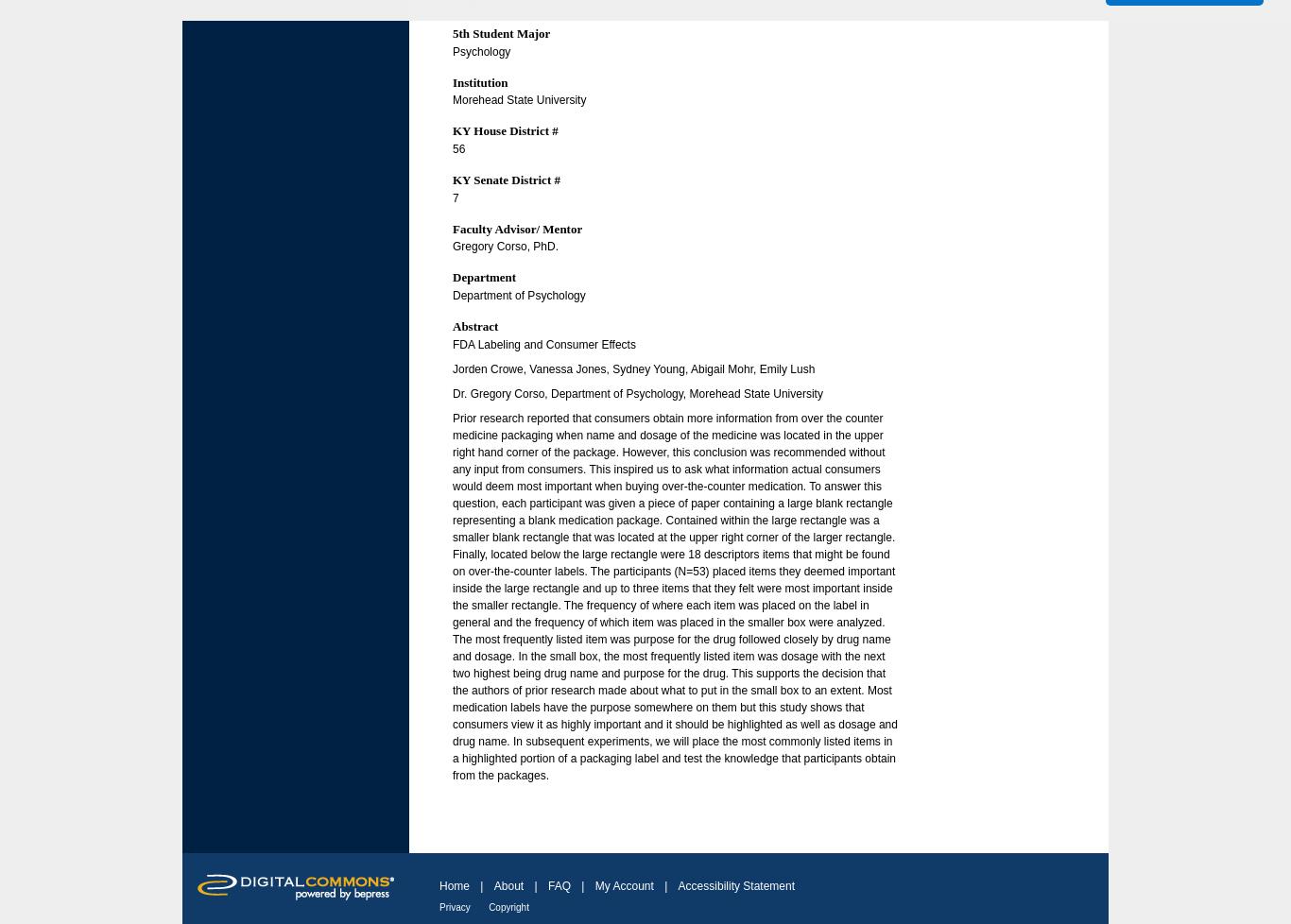 Image resolution: width=1291 pixels, height=924 pixels. I want to click on 'Home', so click(454, 884).